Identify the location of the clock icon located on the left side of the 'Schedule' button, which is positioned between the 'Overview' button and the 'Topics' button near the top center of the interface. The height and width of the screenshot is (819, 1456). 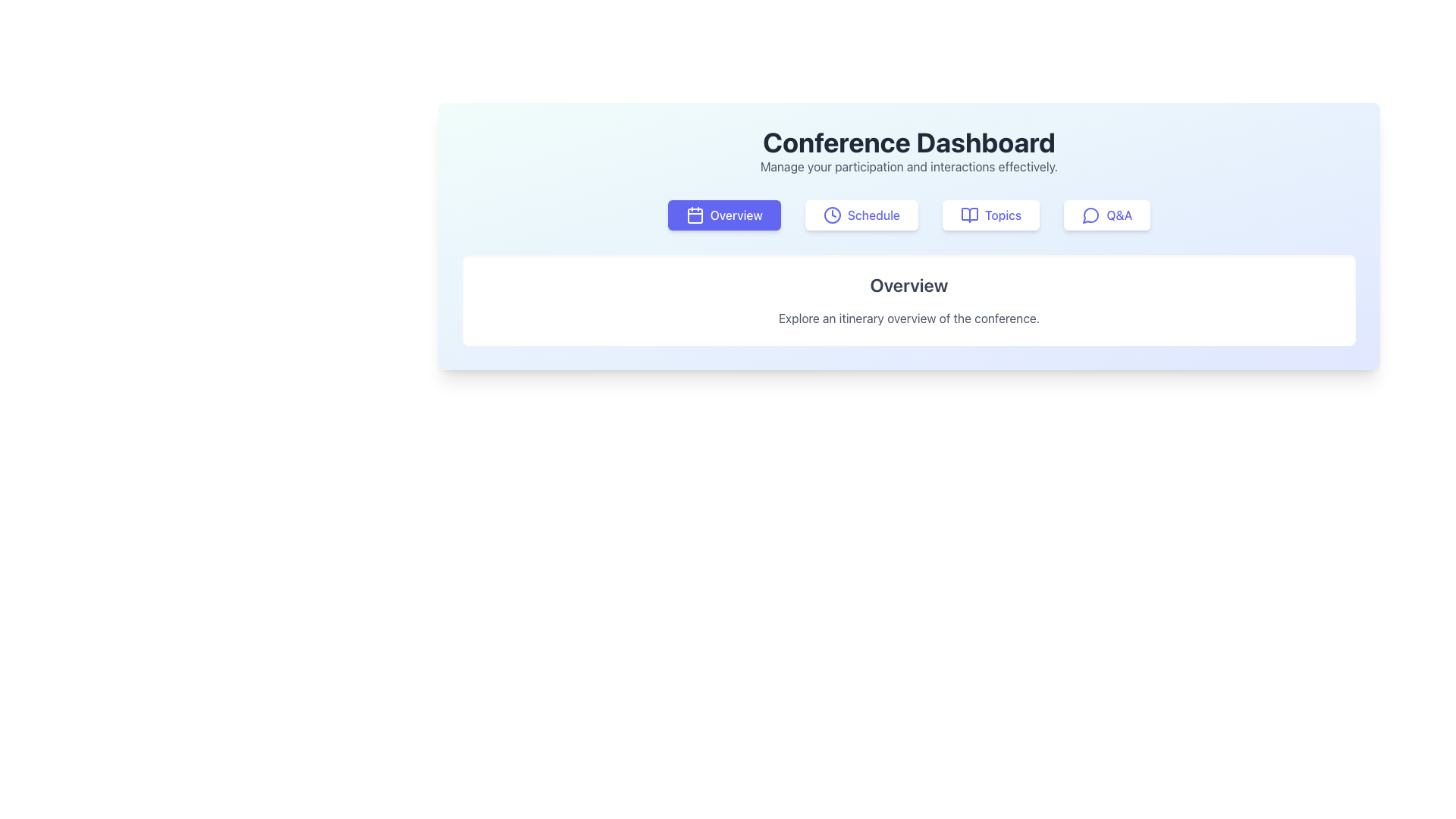
(831, 215).